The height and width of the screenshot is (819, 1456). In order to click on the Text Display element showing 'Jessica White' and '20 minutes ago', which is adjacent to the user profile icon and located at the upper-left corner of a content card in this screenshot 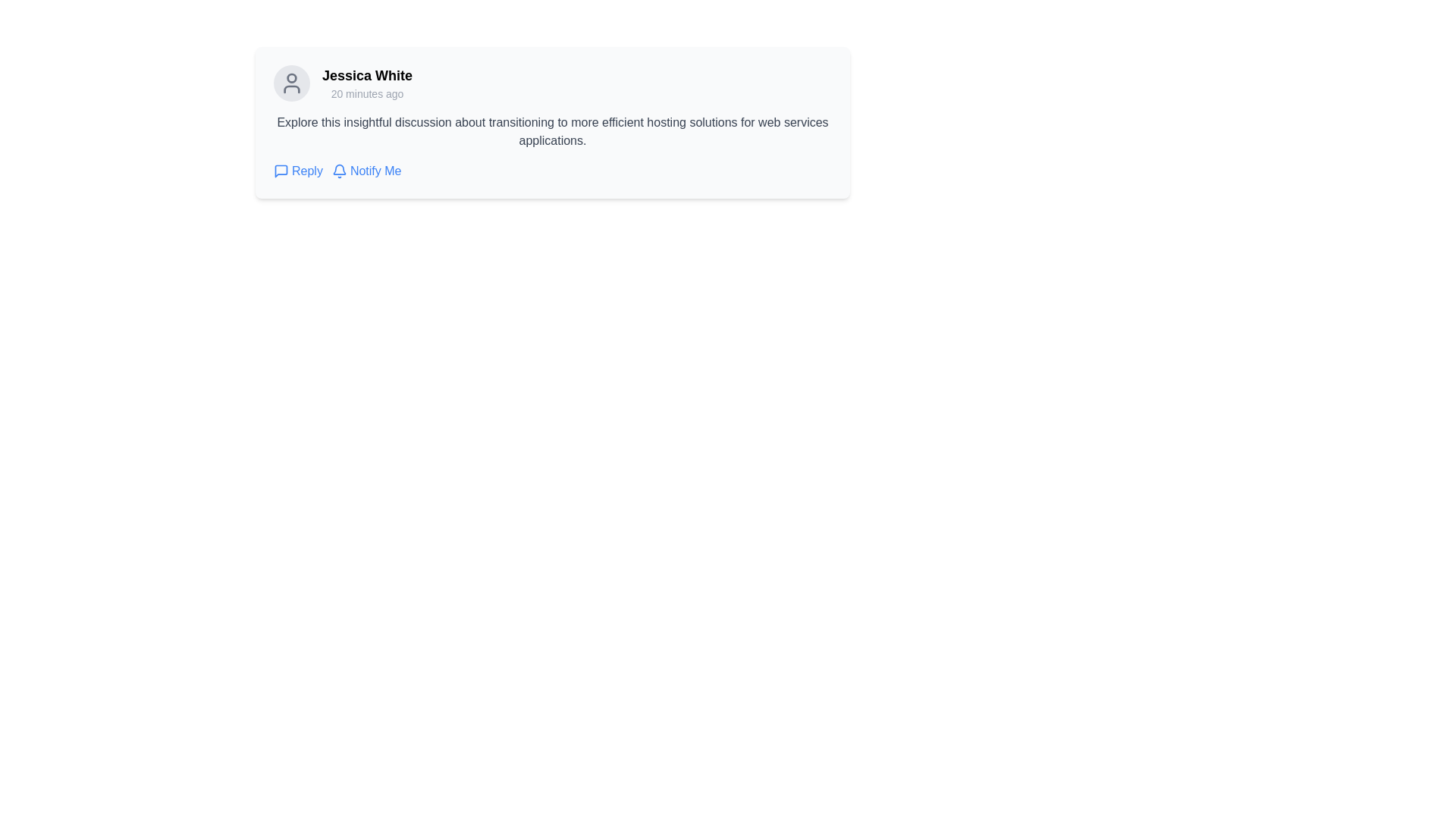, I will do `click(367, 83)`.